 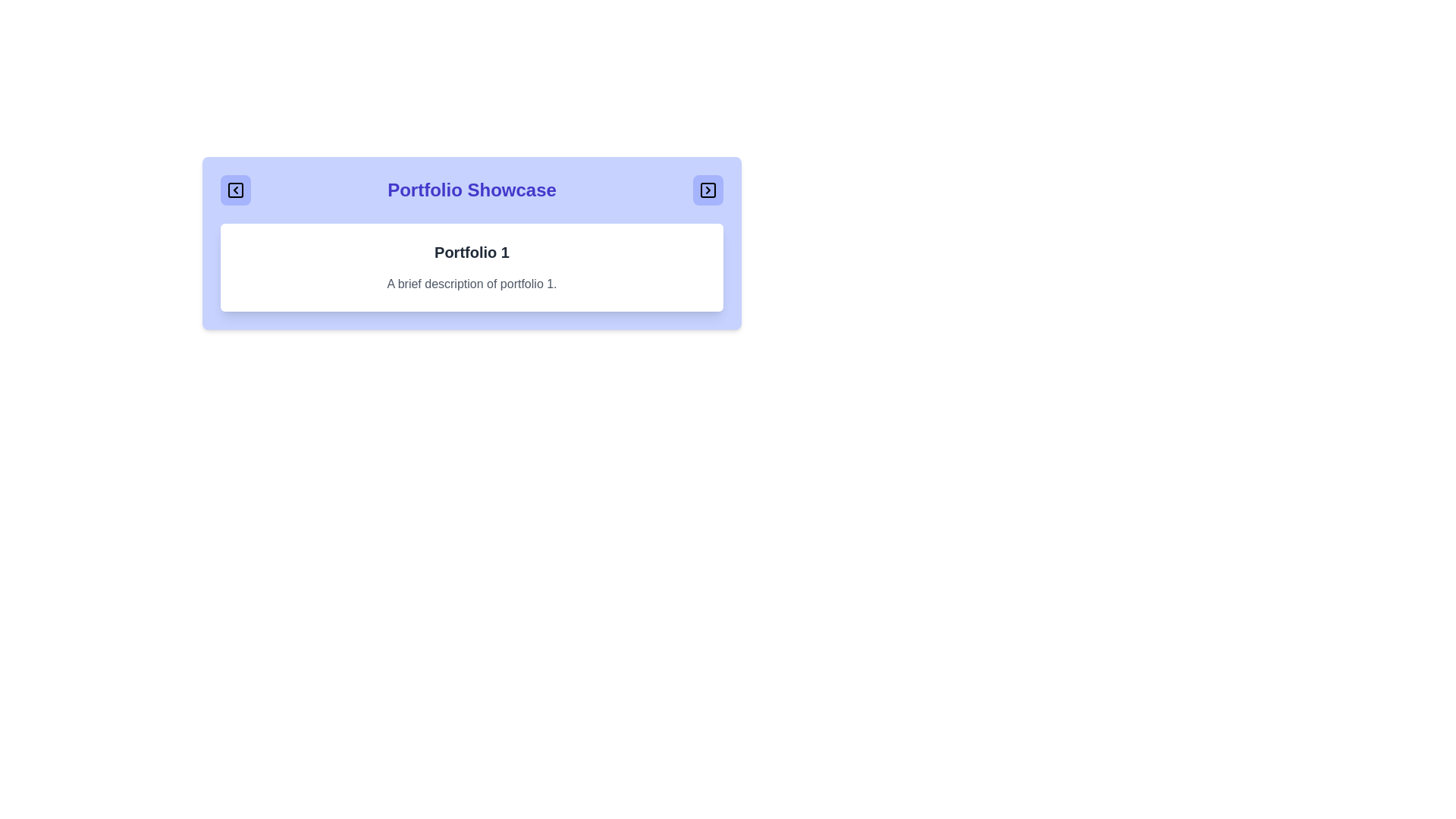 I want to click on the text block displaying 'Portfolio 1', which is styled in large, bold, dark gray characters within a white rectangular card at the top of a layout, so click(x=471, y=251).